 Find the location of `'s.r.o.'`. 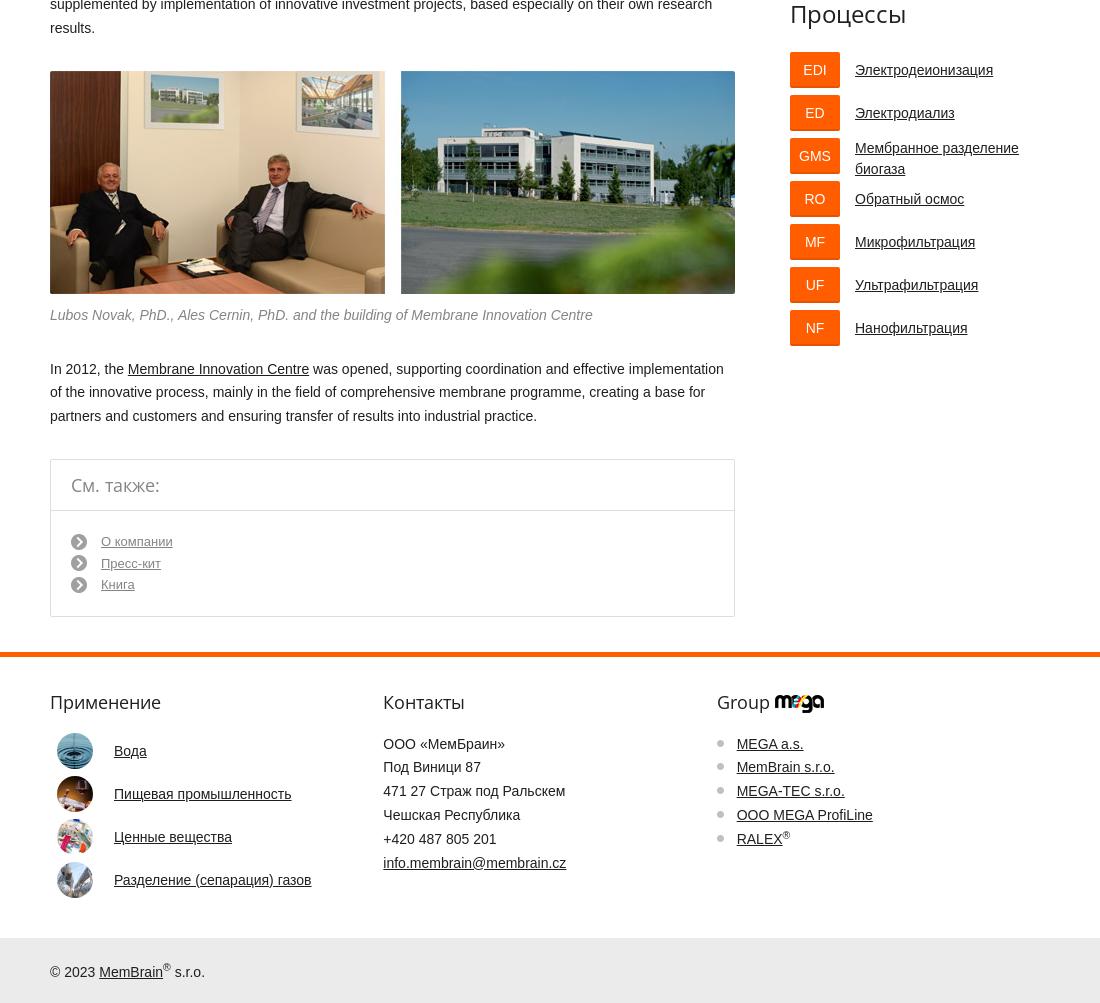

's.r.o.' is located at coordinates (186, 970).